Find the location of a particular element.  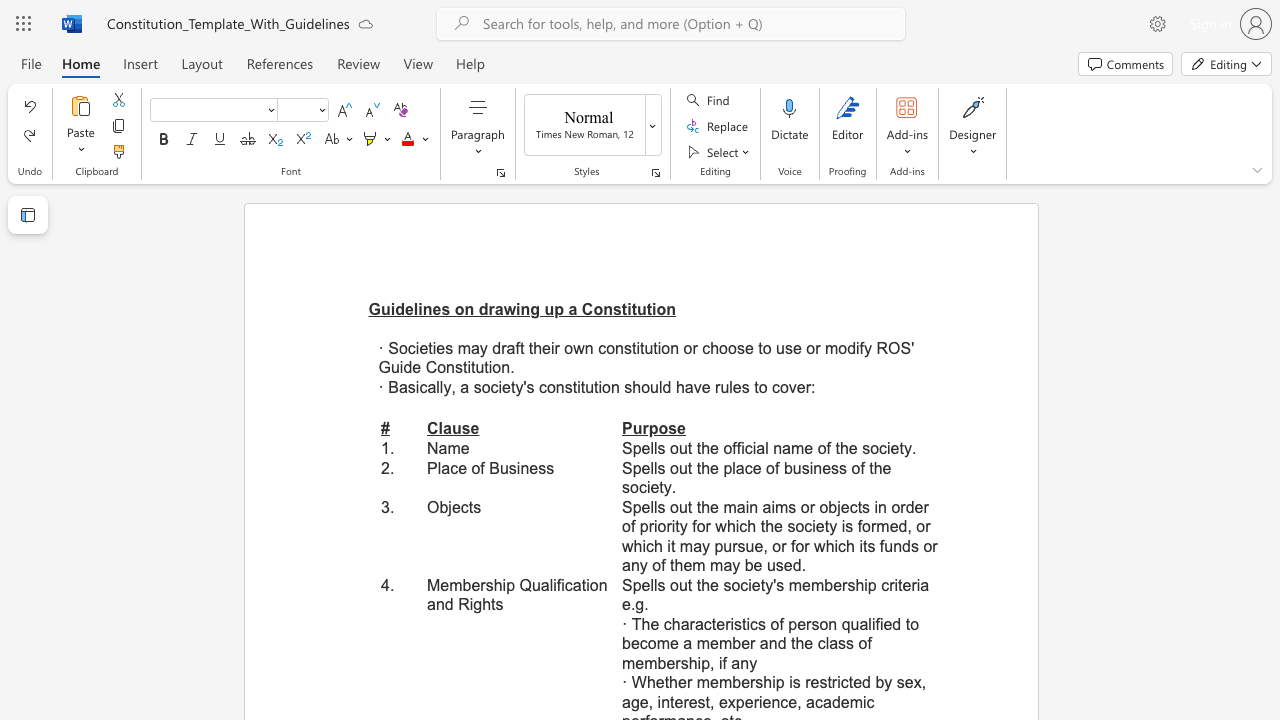

the 2th character "u" in the text is located at coordinates (654, 387).